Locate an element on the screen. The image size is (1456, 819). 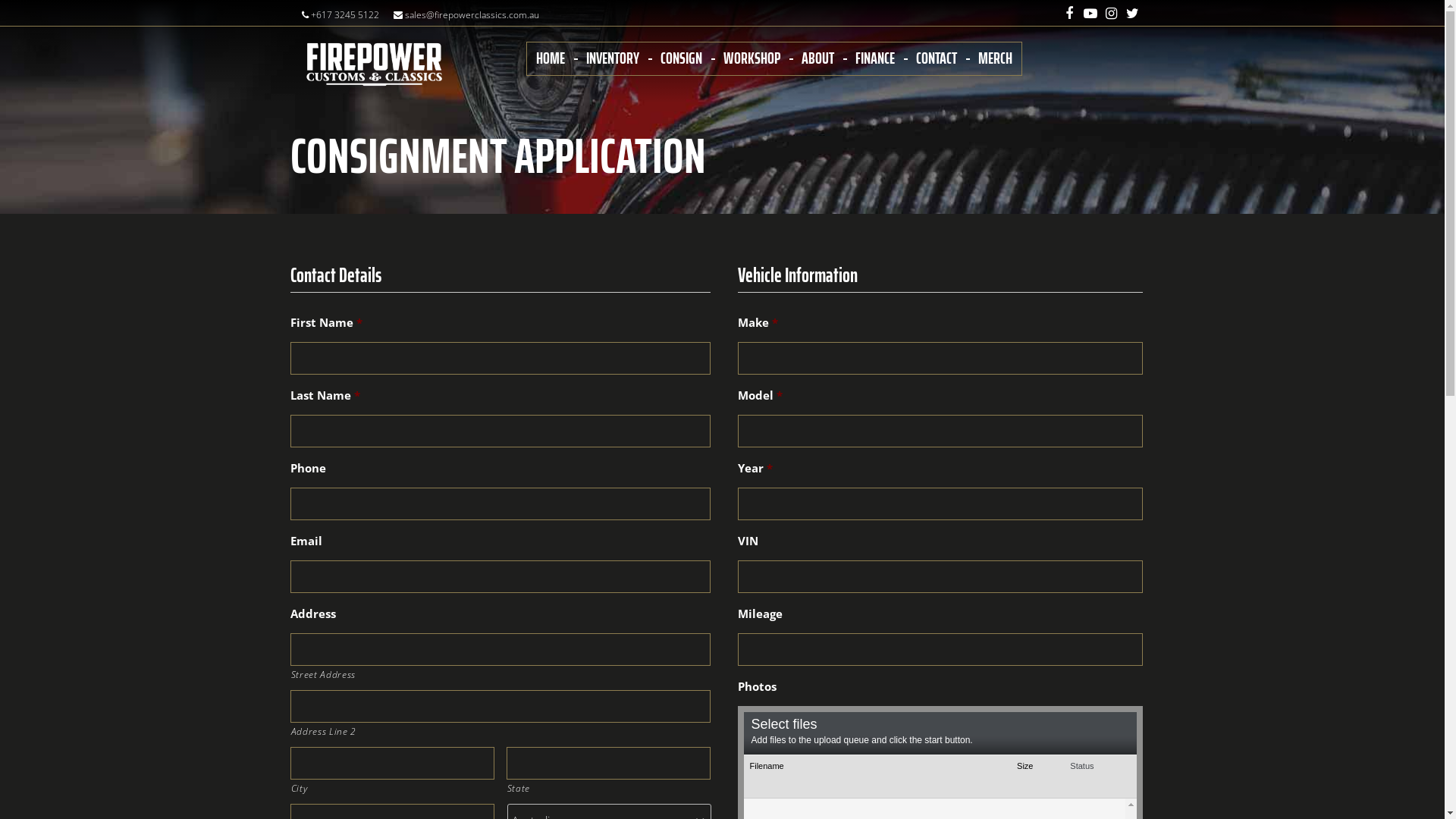
'YouTube' is located at coordinates (1088, 14).